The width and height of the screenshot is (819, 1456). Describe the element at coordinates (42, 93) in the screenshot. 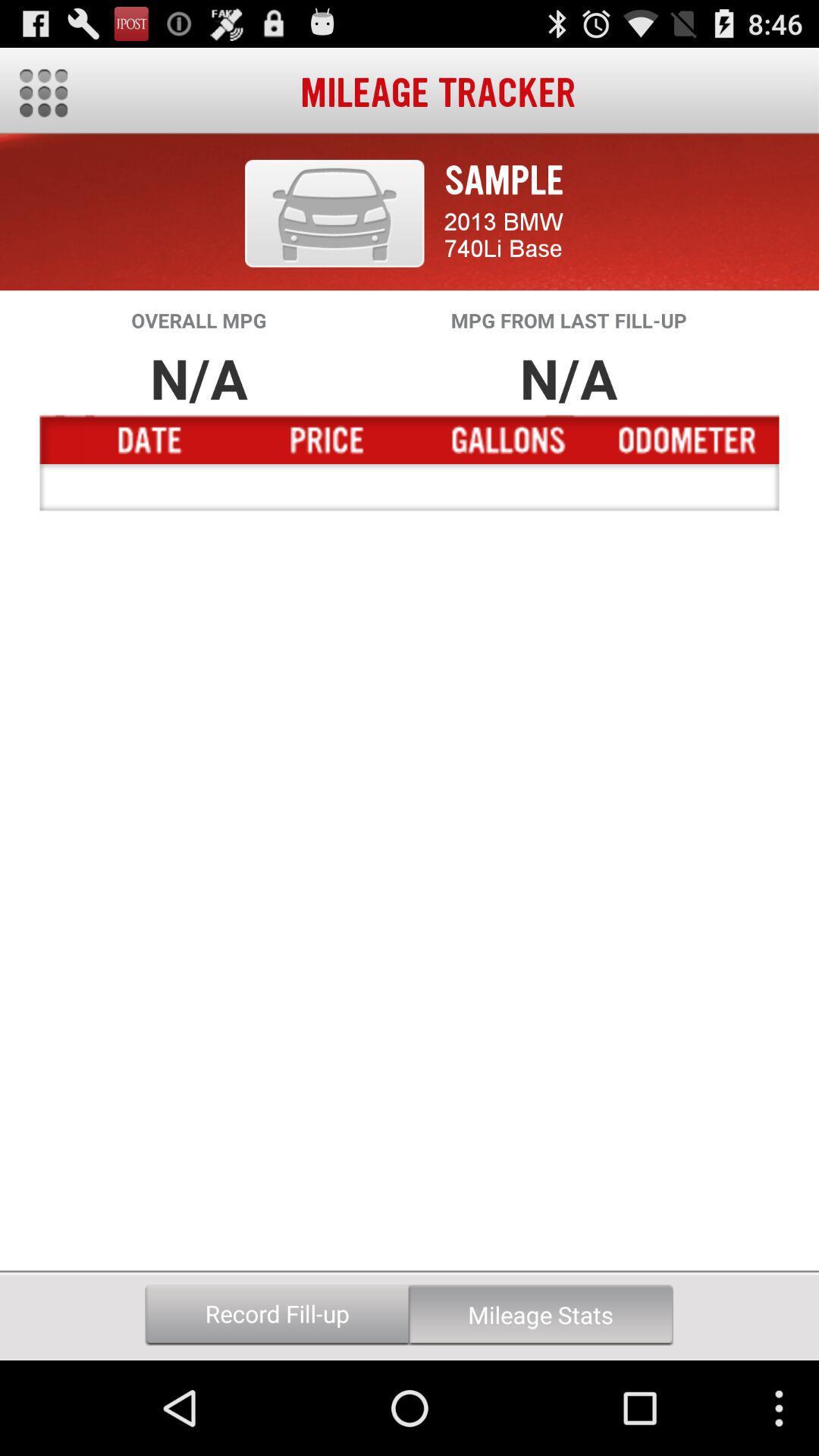

I see `the icon to the left of the mileage tracker app` at that location.